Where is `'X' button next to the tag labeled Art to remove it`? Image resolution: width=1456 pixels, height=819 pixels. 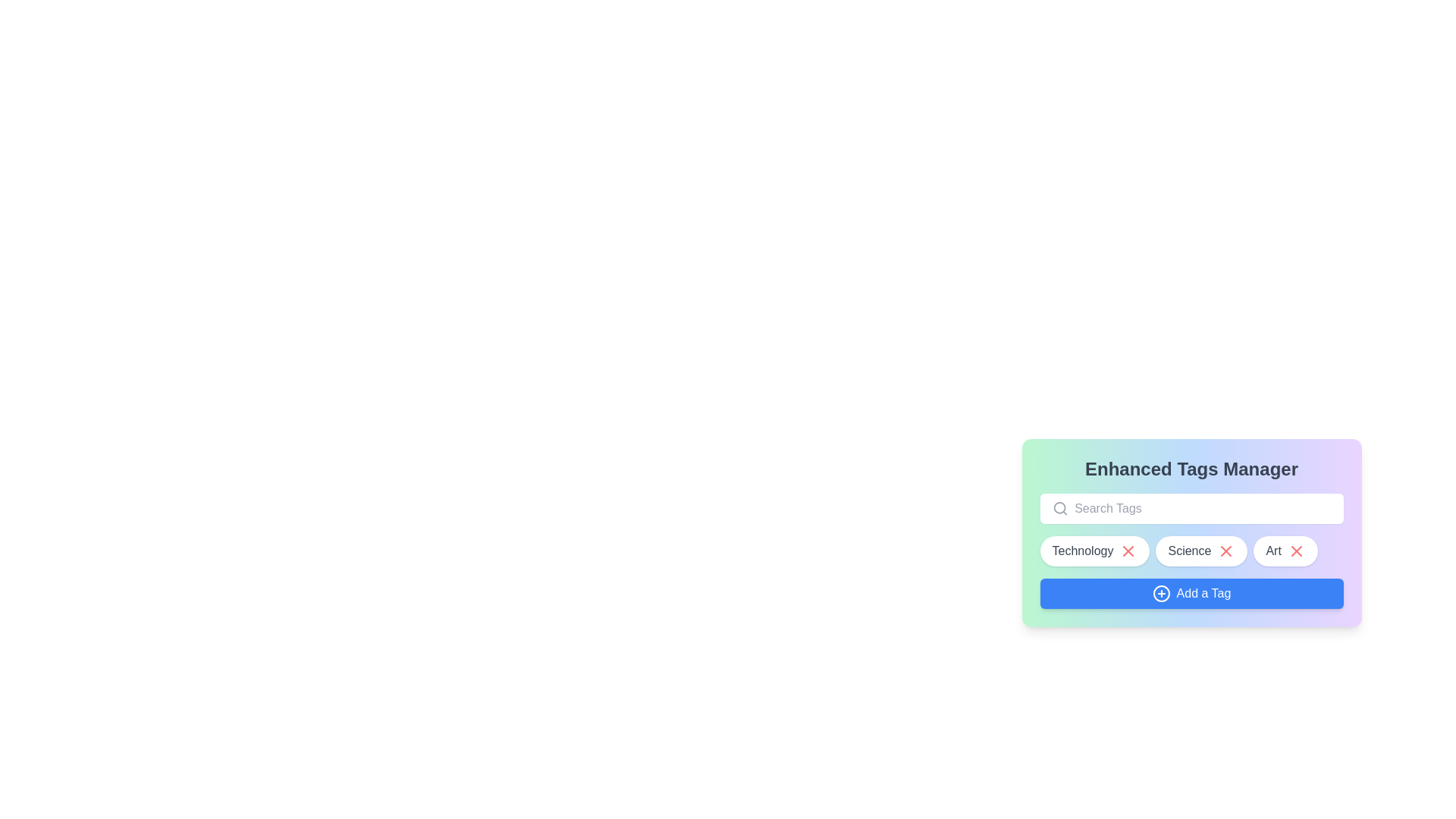 'X' button next to the tag labeled Art to remove it is located at coordinates (1295, 551).